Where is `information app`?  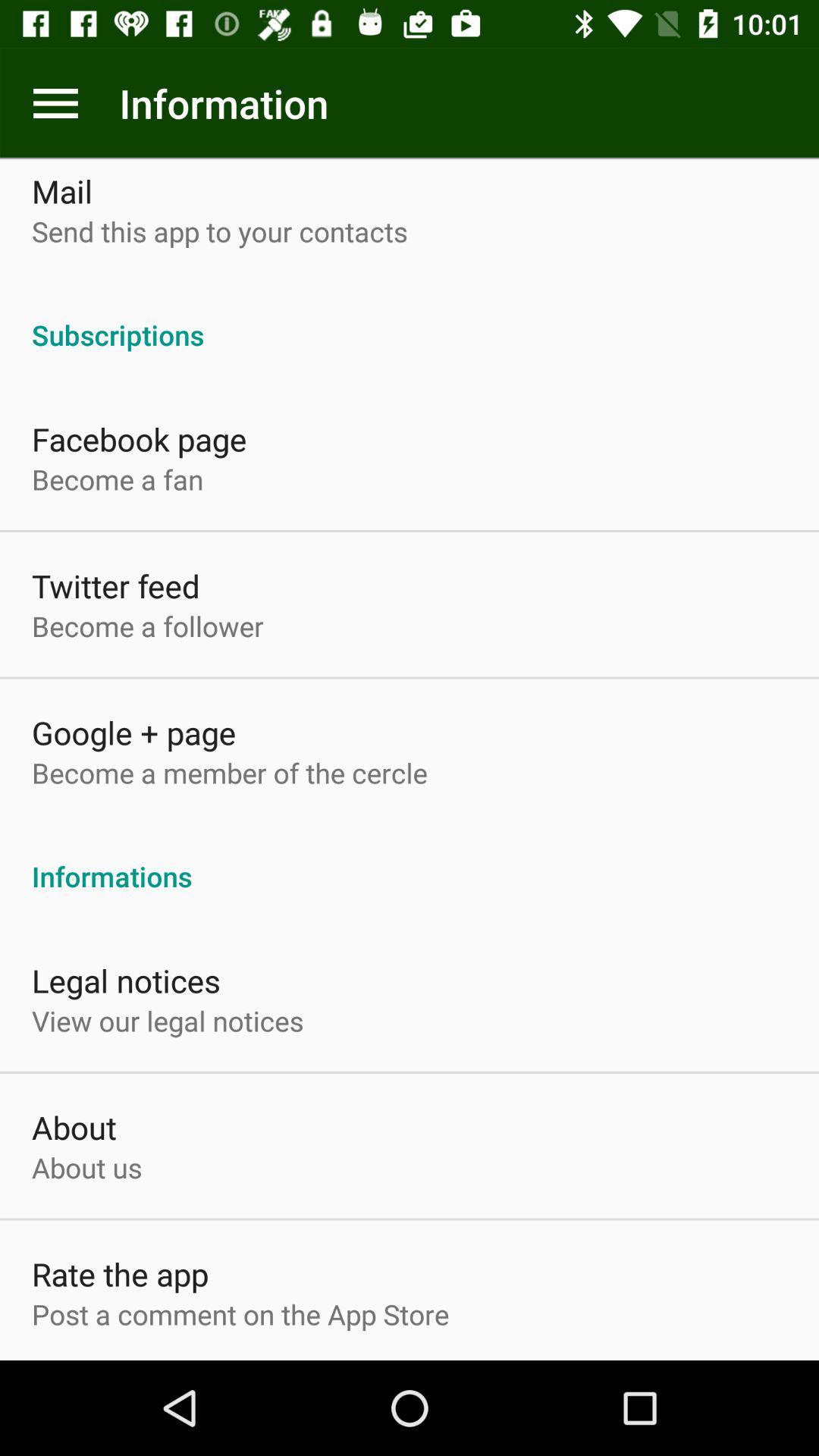 information app is located at coordinates (55, 102).